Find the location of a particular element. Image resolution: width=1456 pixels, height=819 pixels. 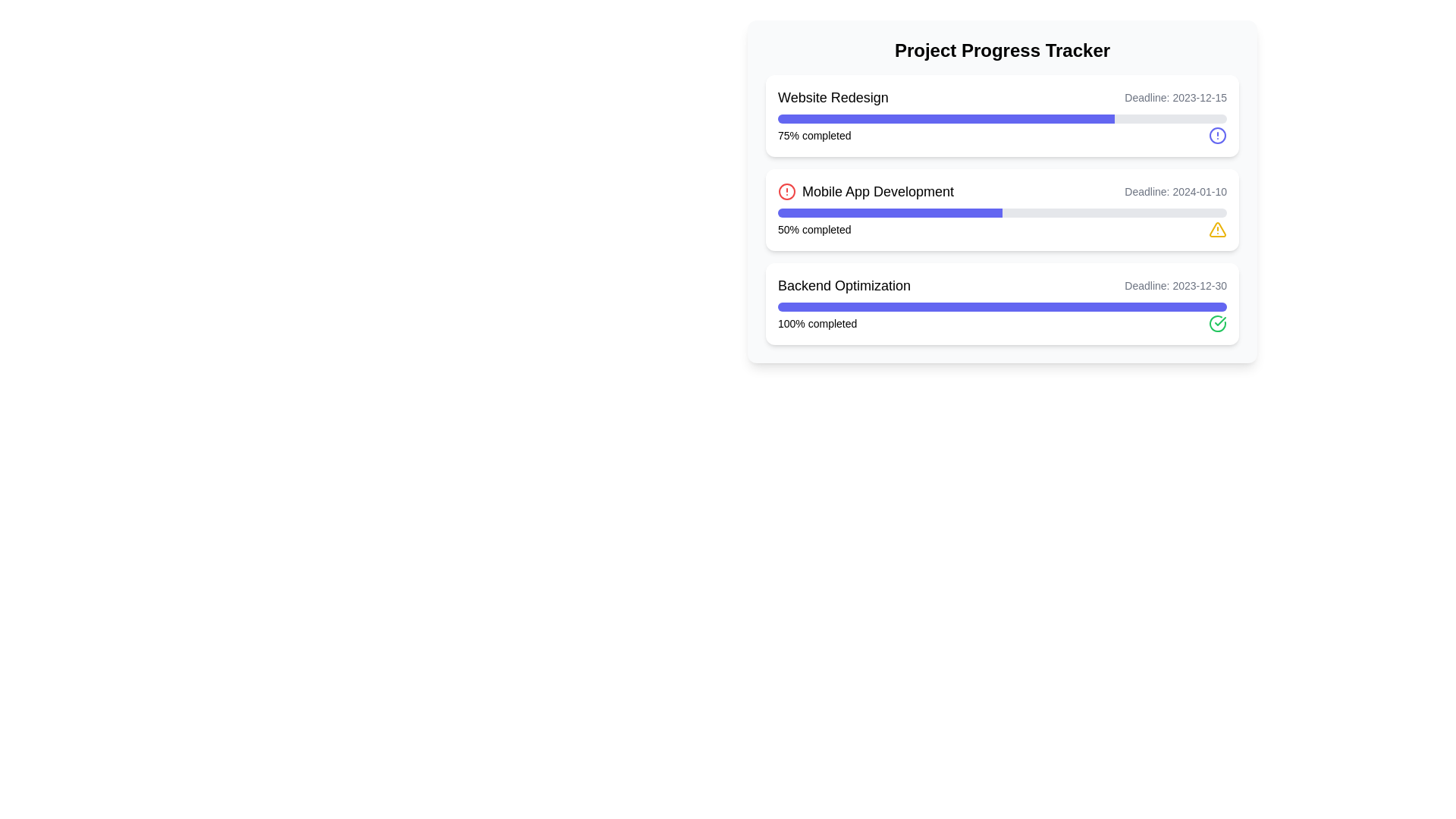

the static text label indicating the deadline for the 'Backend Optimization' project, located on the right side of the 'Backend Optimization' card in the 'Project Progress Tracker' is located at coordinates (1175, 286).